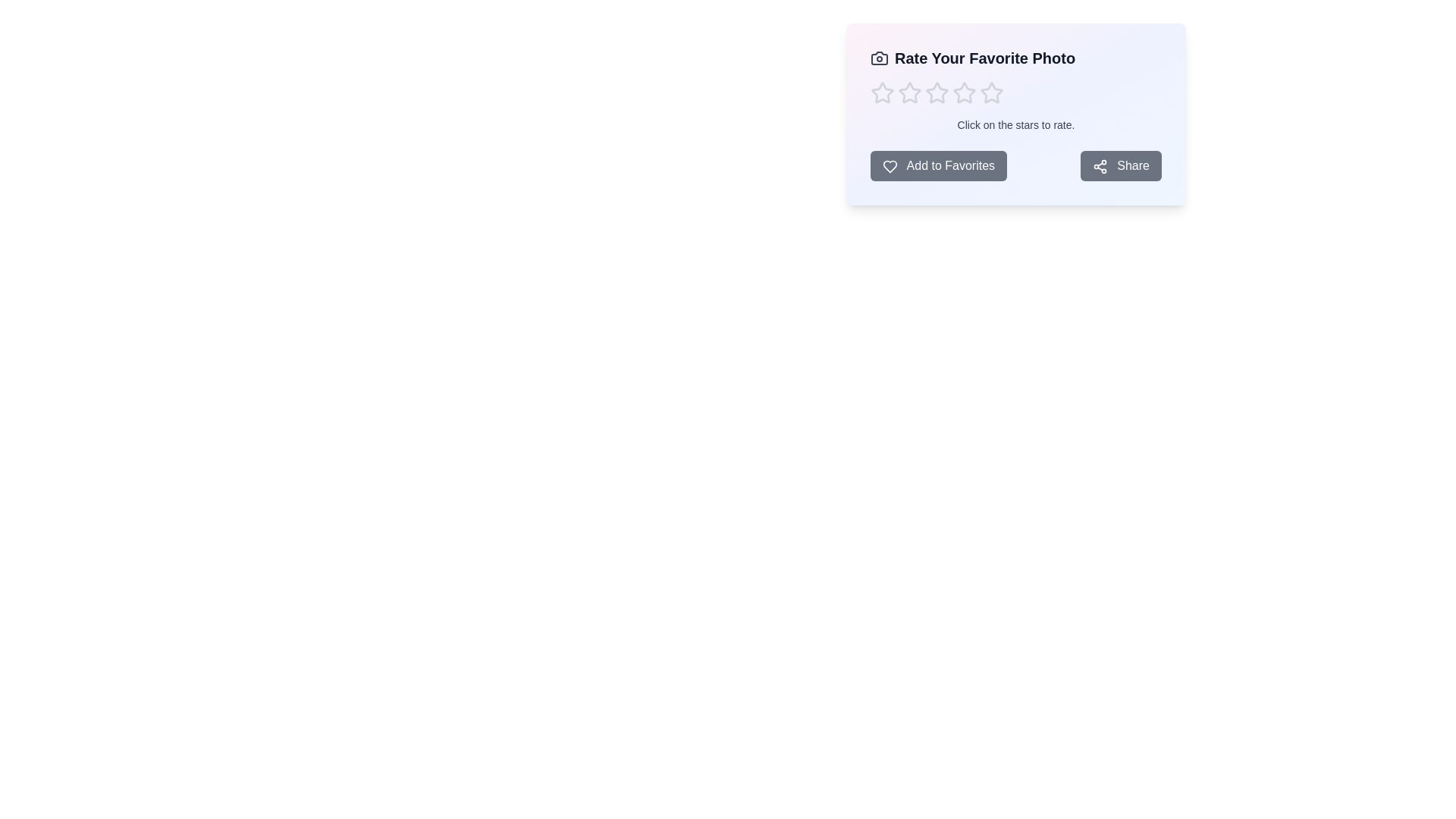 The height and width of the screenshot is (819, 1456). I want to click on the second star, so click(937, 93).